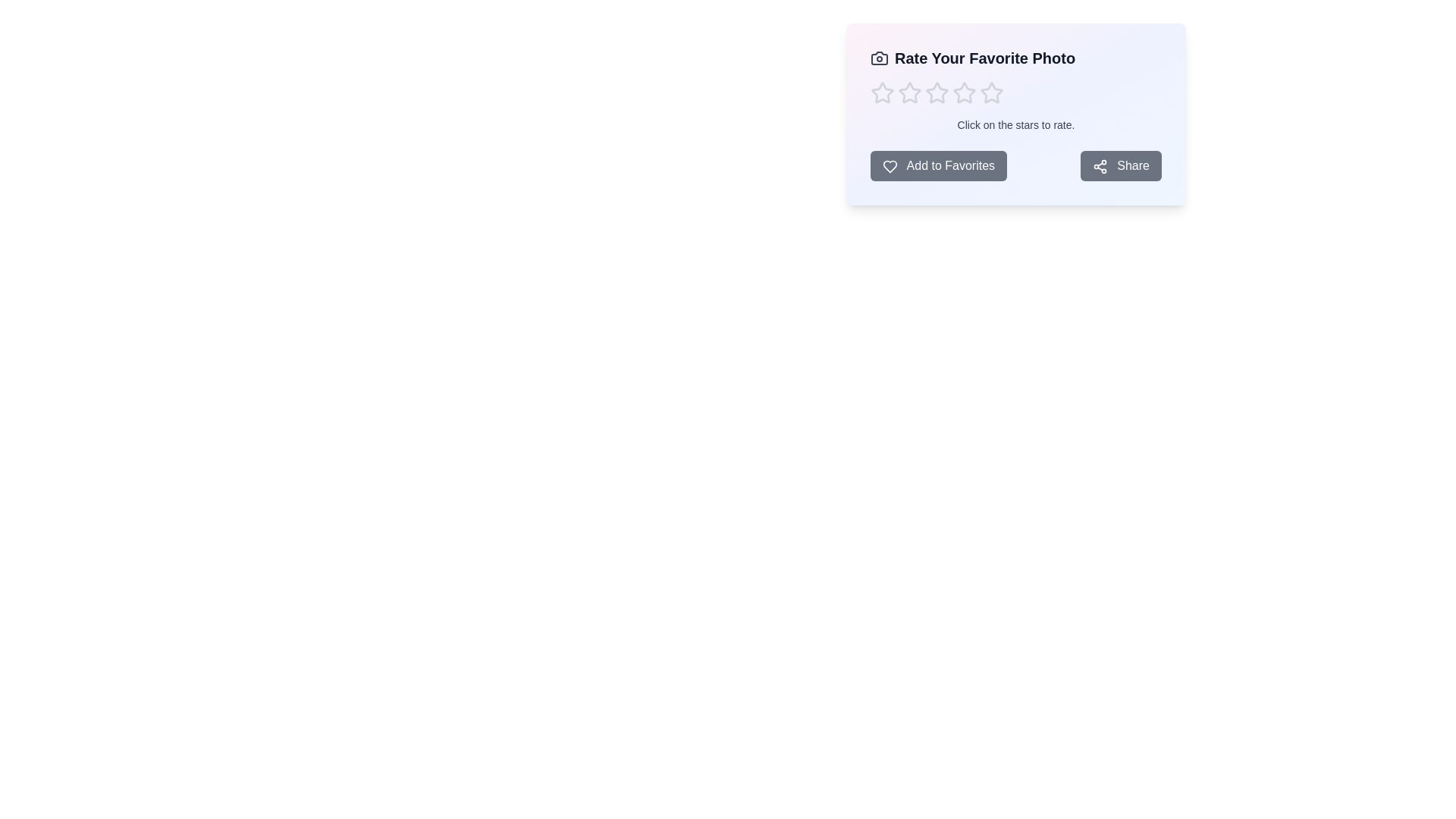 The height and width of the screenshot is (819, 1456). I want to click on the second star, so click(937, 93).